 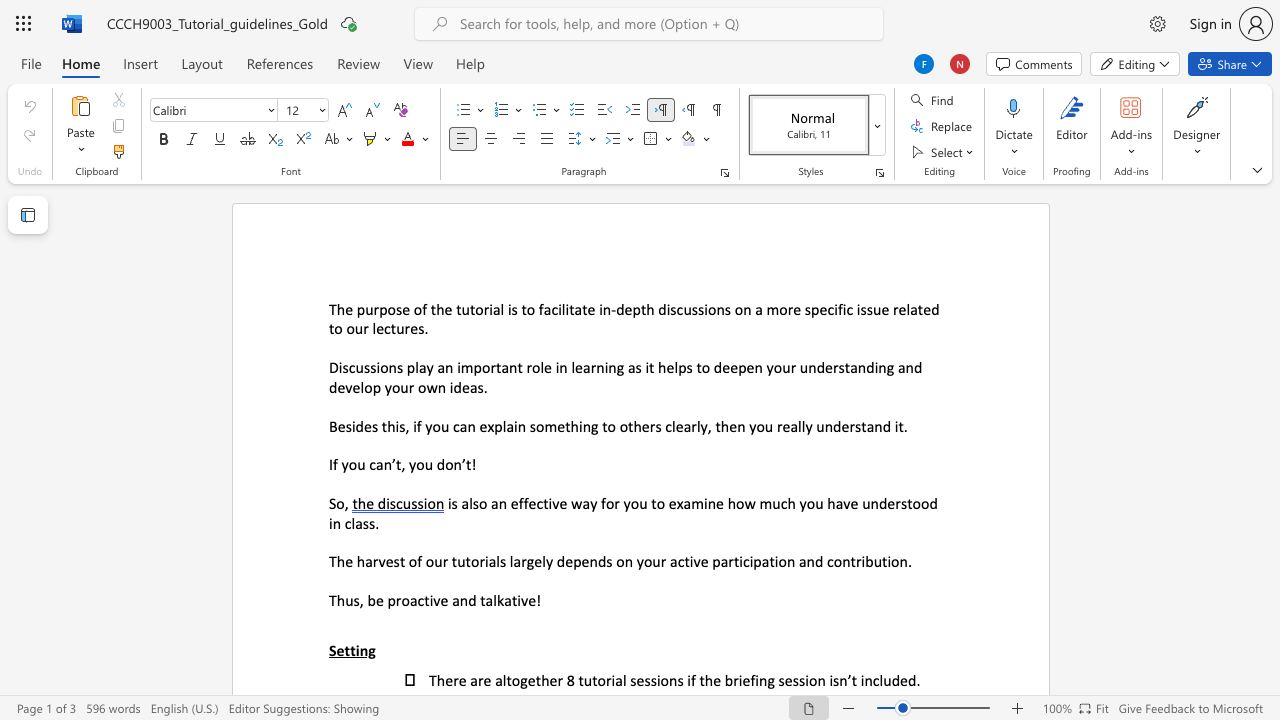 I want to click on the 2th character "d" in the text, so click(x=911, y=679).